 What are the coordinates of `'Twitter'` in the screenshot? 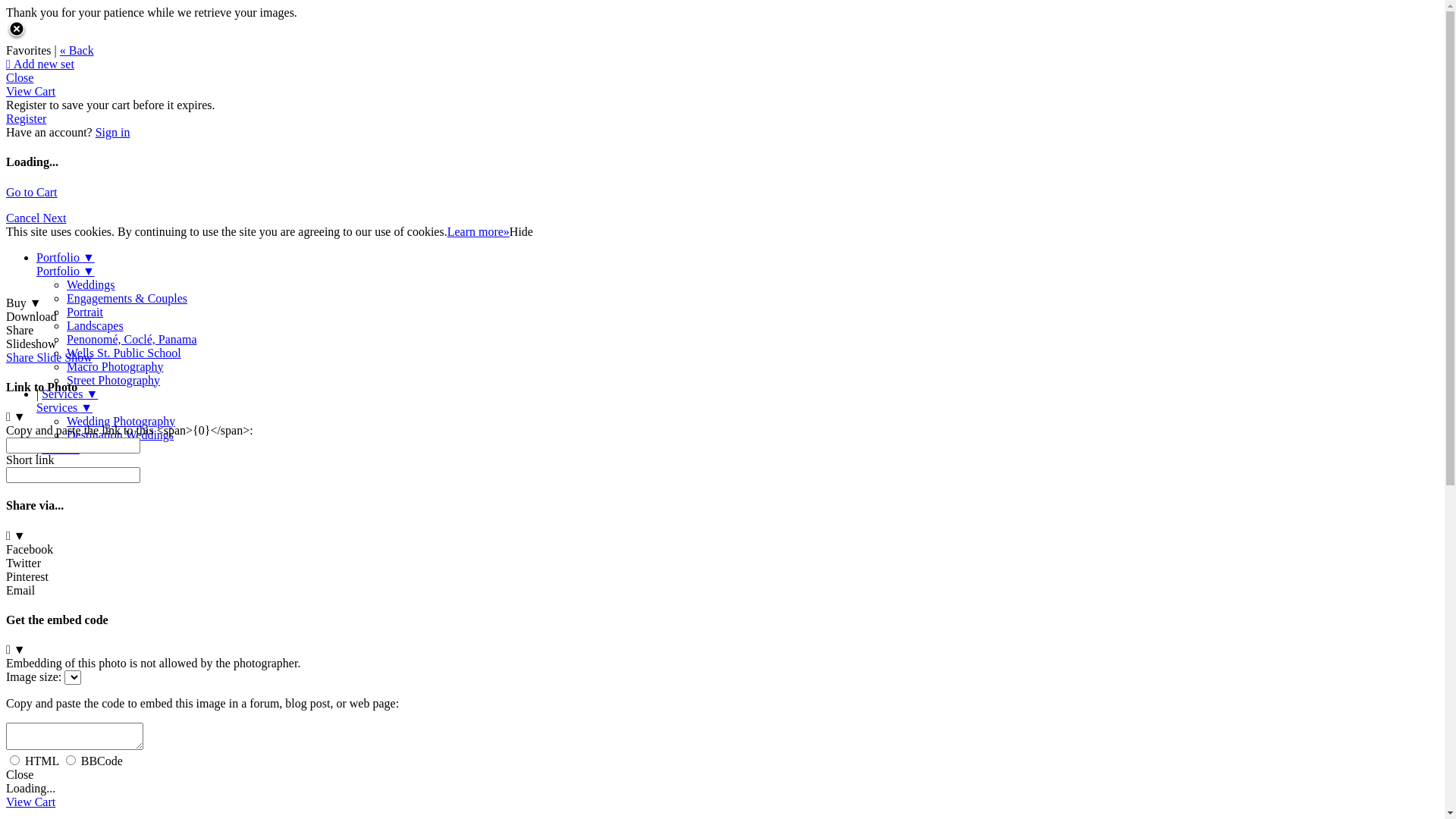 It's located at (6, 570).